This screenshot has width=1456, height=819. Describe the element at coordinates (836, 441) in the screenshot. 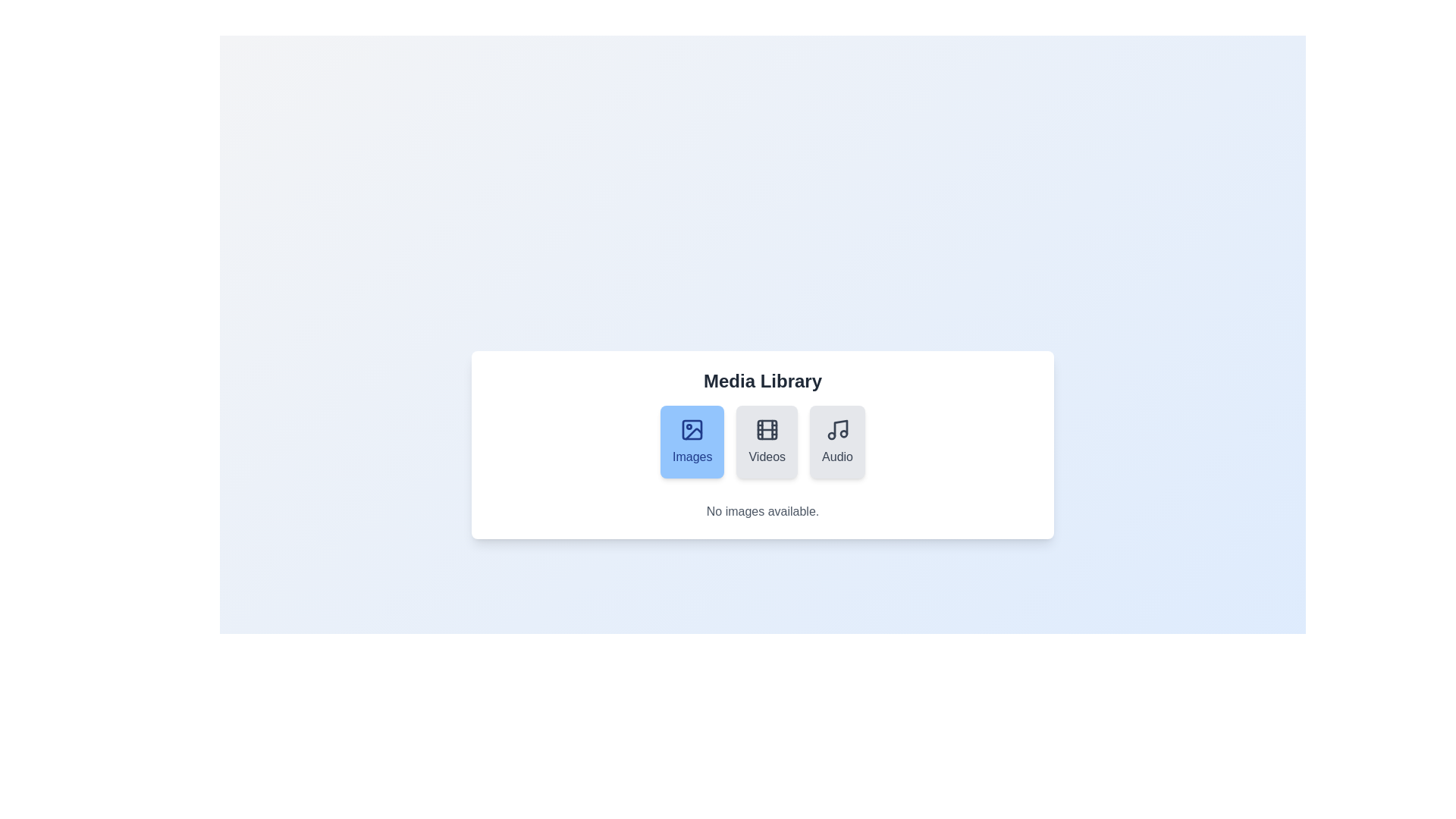

I see `the 'Audio' button to switch to the audio category` at that location.